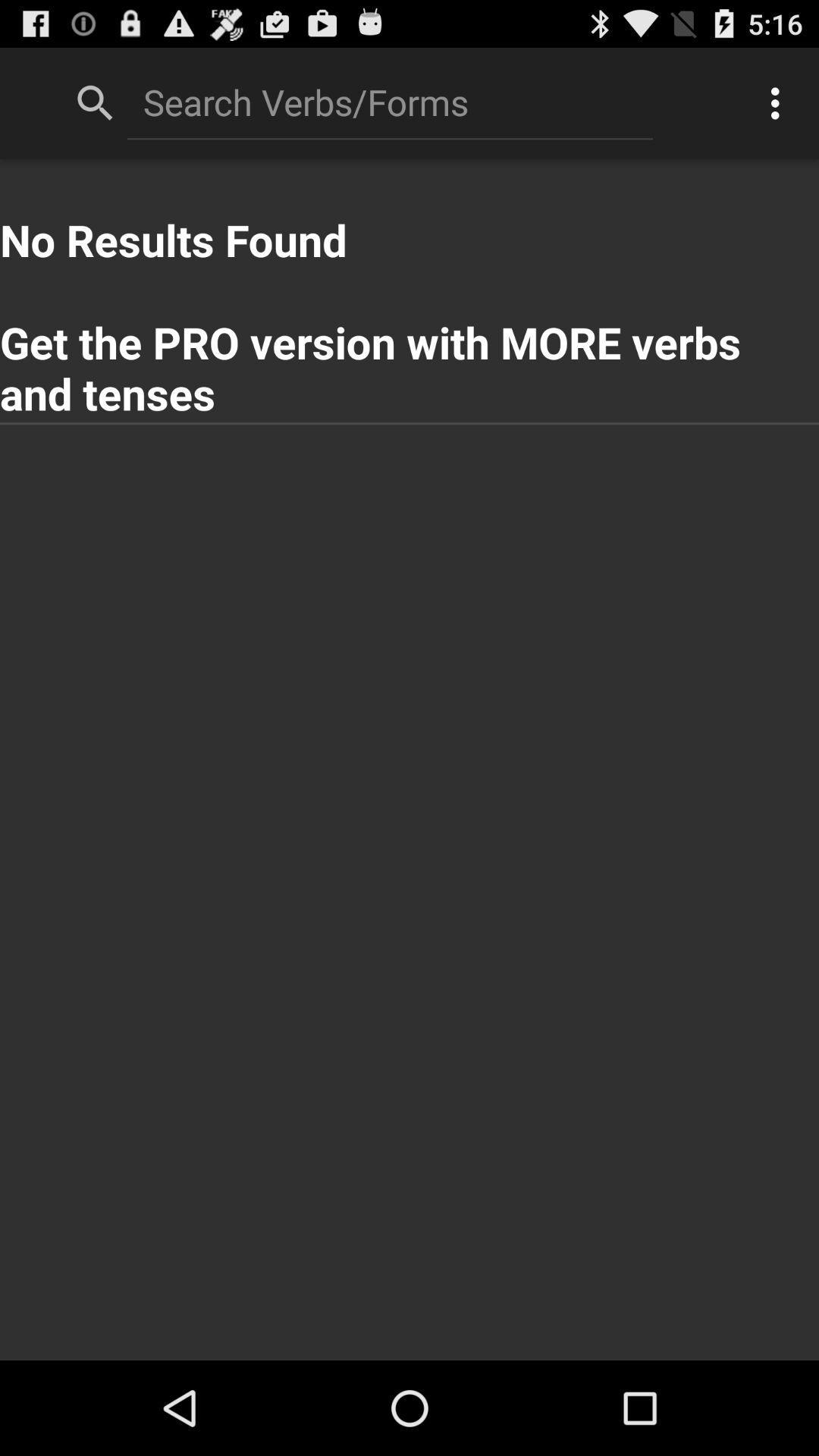  What do you see at coordinates (779, 102) in the screenshot?
I see `the icon at the top right corner` at bounding box center [779, 102].